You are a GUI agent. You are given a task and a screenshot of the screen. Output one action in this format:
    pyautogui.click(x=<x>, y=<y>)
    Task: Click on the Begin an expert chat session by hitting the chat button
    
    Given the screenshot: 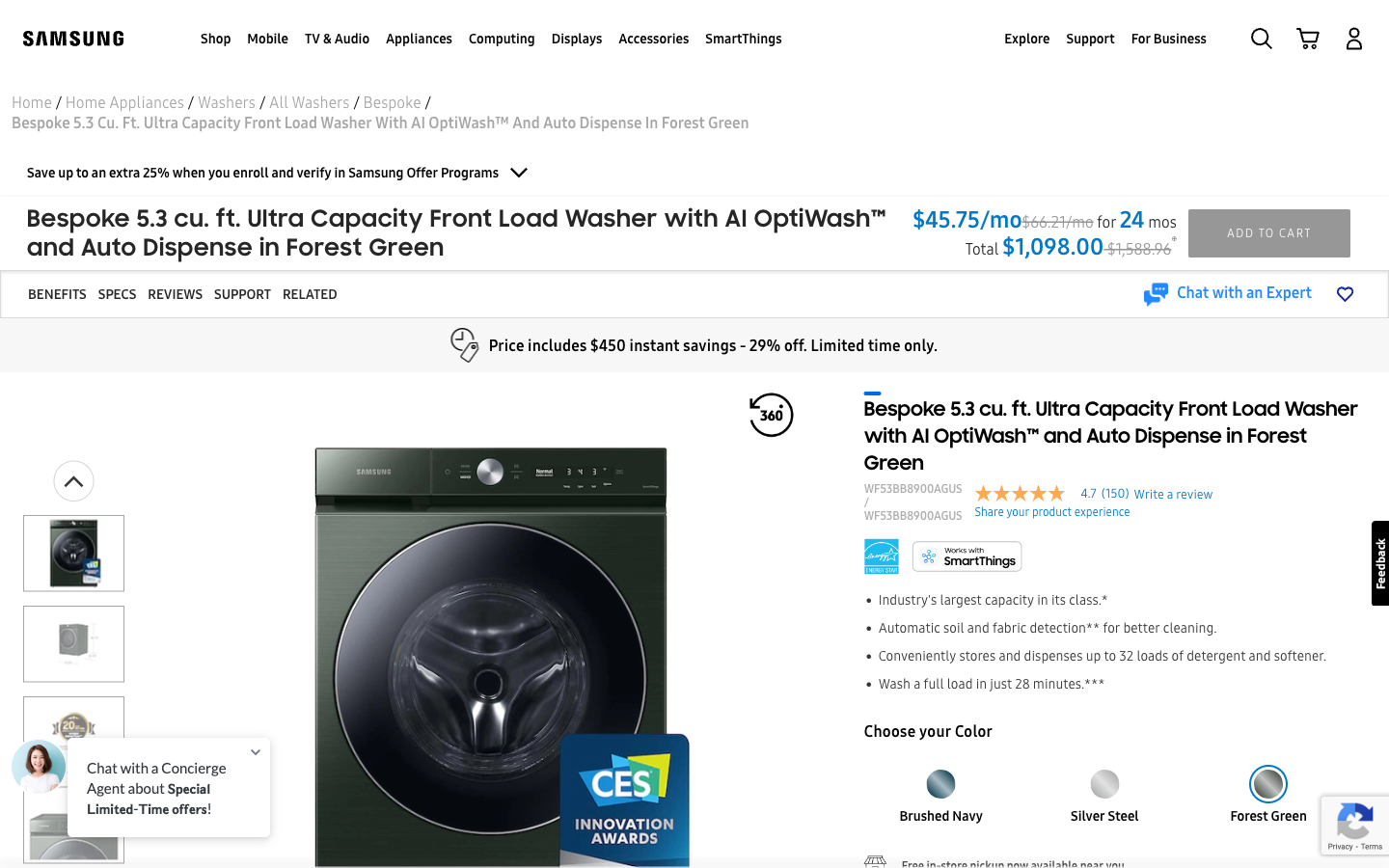 What is the action you would take?
    pyautogui.click(x=1227, y=293)
    